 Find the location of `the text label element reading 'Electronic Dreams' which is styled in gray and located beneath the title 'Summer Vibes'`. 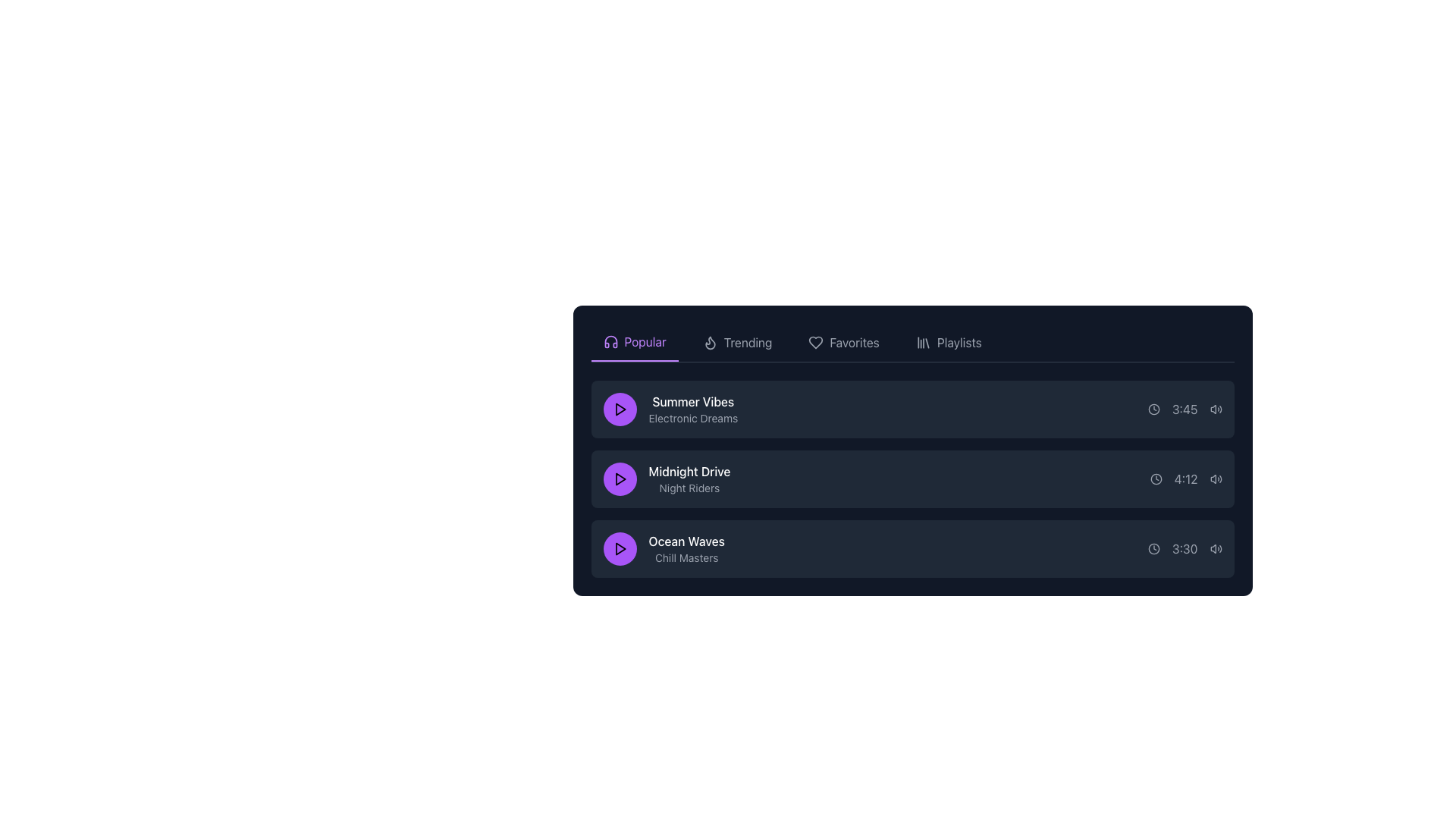

the text label element reading 'Electronic Dreams' which is styled in gray and located beneath the title 'Summer Vibes' is located at coordinates (692, 418).